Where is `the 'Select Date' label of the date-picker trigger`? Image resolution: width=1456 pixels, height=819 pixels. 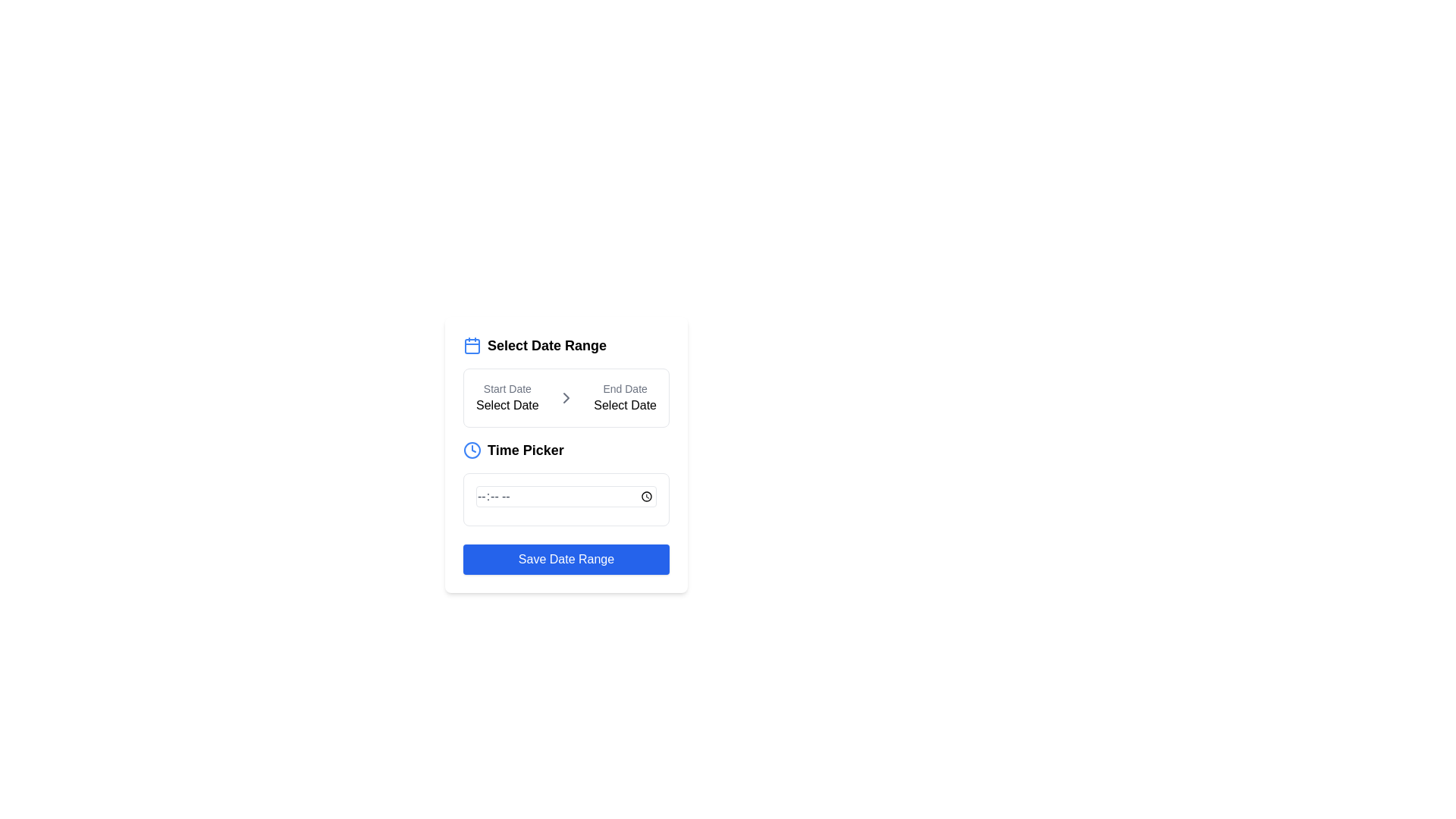
the 'Select Date' label of the date-picker trigger is located at coordinates (507, 397).